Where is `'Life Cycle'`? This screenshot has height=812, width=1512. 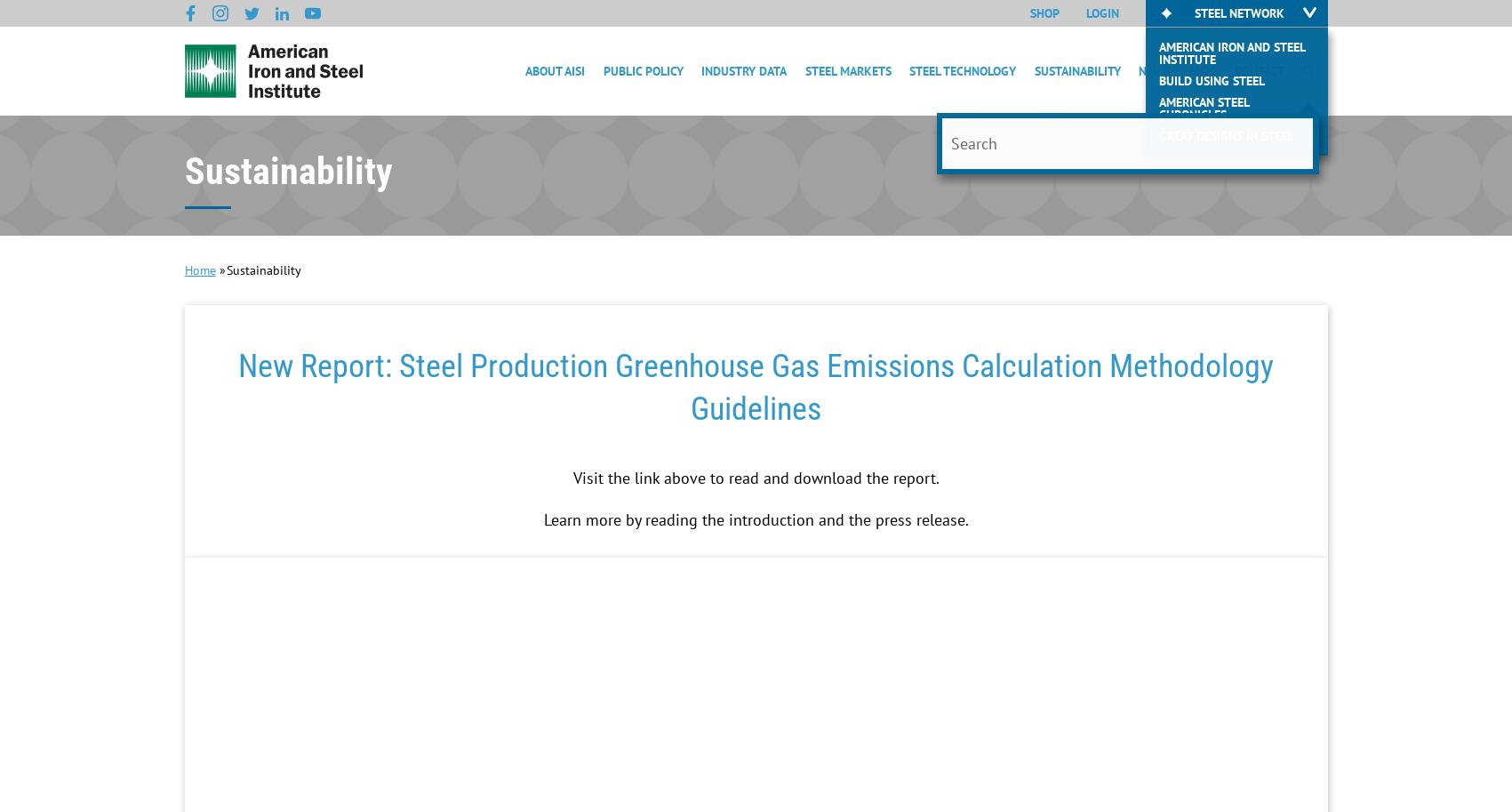 'Life Cycle' is located at coordinates (1061, 250).